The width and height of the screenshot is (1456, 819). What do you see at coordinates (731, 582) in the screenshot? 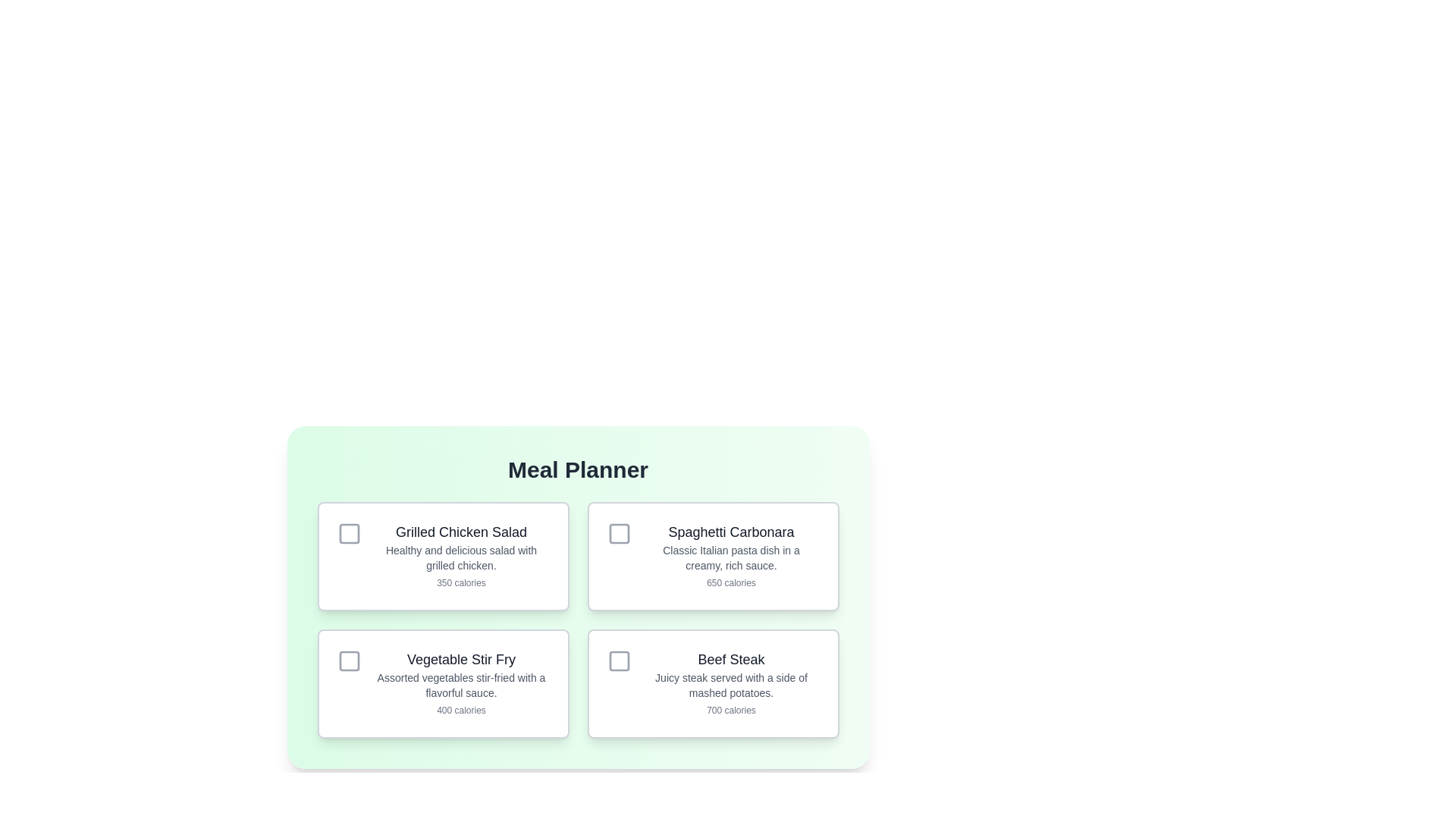
I see `the informational label indicating the calorie count of 'Spaghetti Carbonara', located at the bottom of the content box and aligned to the center horizontally` at bounding box center [731, 582].